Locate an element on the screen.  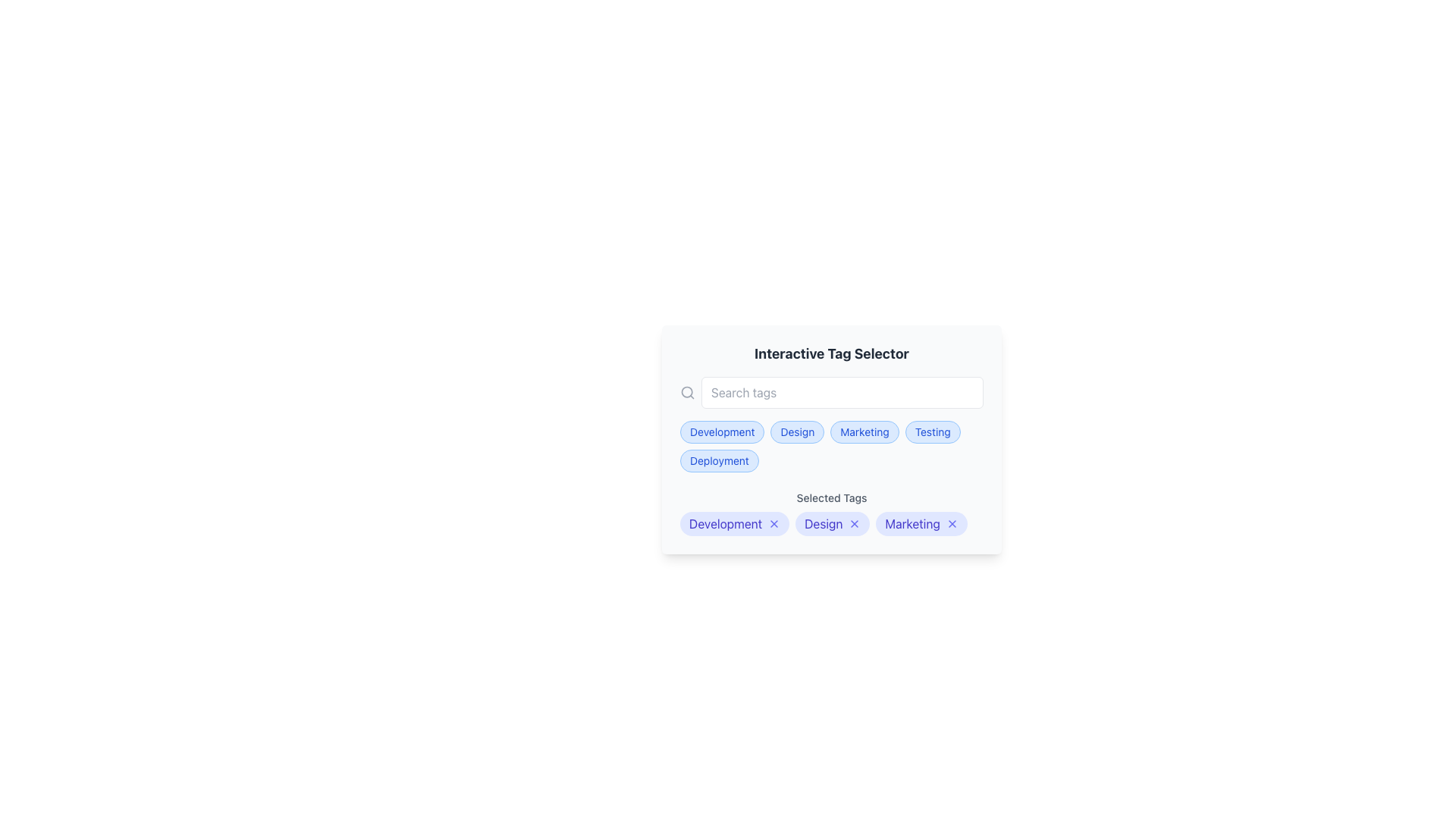
the circular icon component that is part of the magnifying glass icon for search functionality, located in the top-left corner of the 'Interactive Tag Selector' component is located at coordinates (686, 391).